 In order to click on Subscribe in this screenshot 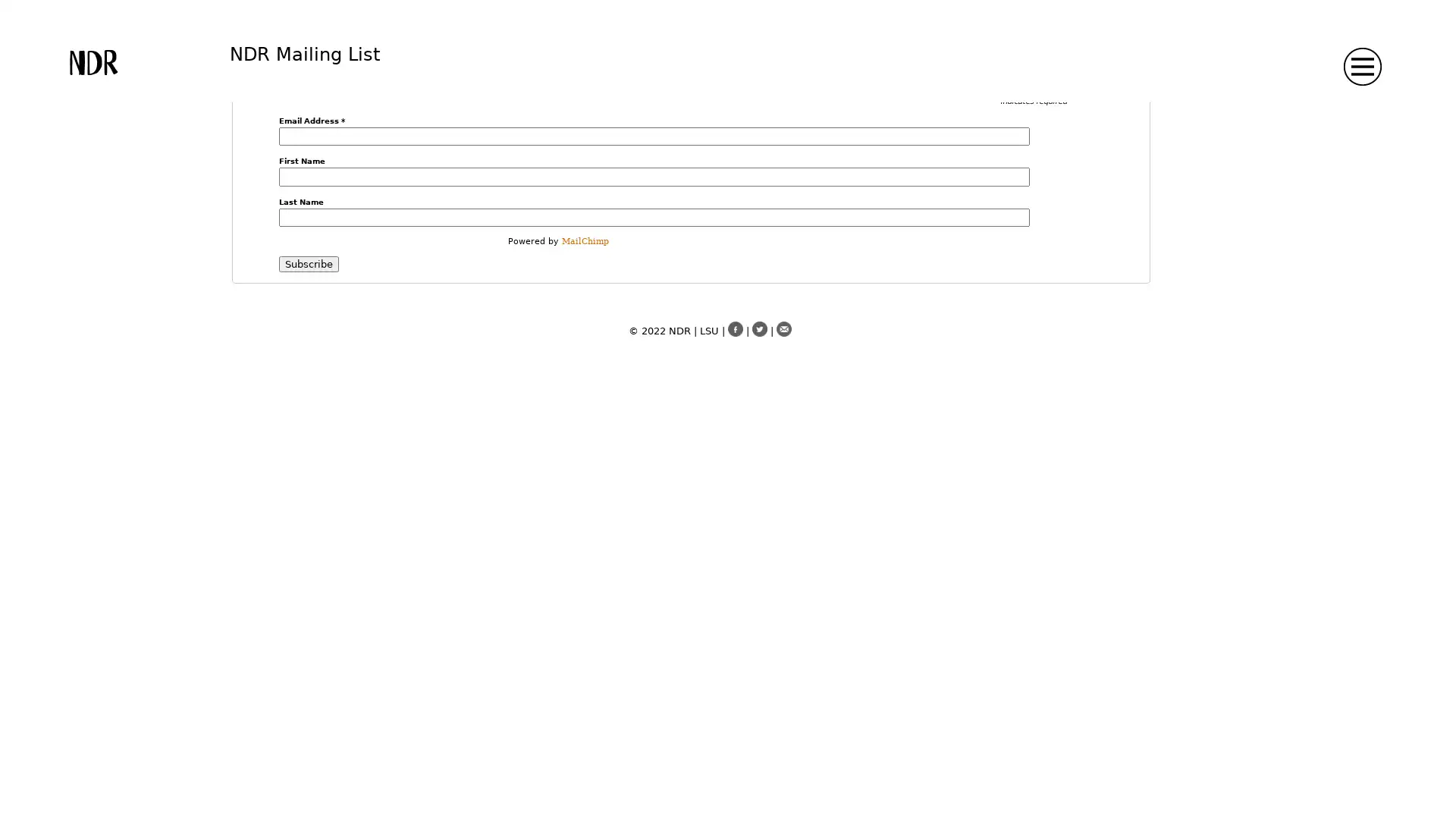, I will do `click(307, 263)`.